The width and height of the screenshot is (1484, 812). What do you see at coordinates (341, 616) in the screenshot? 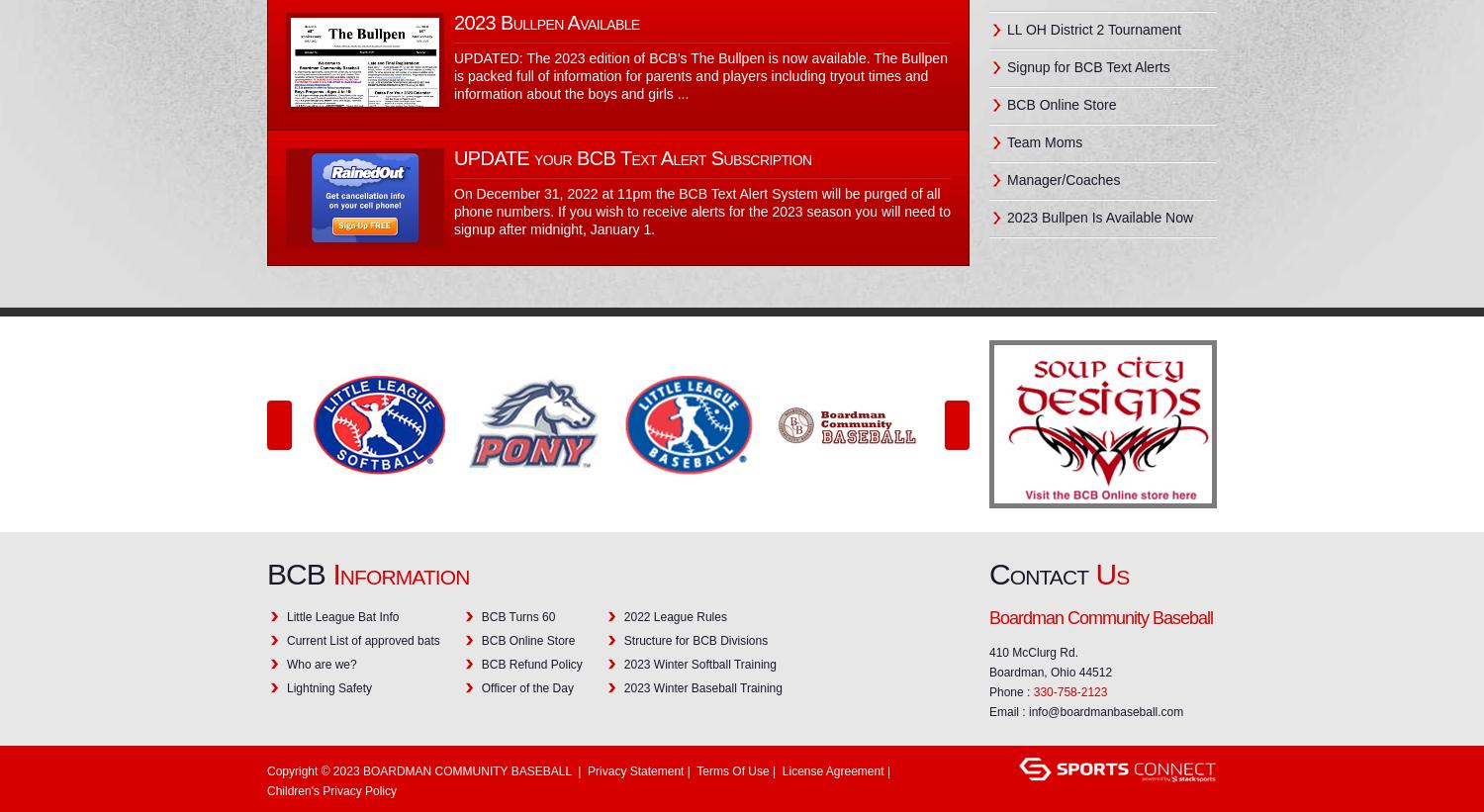
I see `'Little League Bat Info'` at bounding box center [341, 616].